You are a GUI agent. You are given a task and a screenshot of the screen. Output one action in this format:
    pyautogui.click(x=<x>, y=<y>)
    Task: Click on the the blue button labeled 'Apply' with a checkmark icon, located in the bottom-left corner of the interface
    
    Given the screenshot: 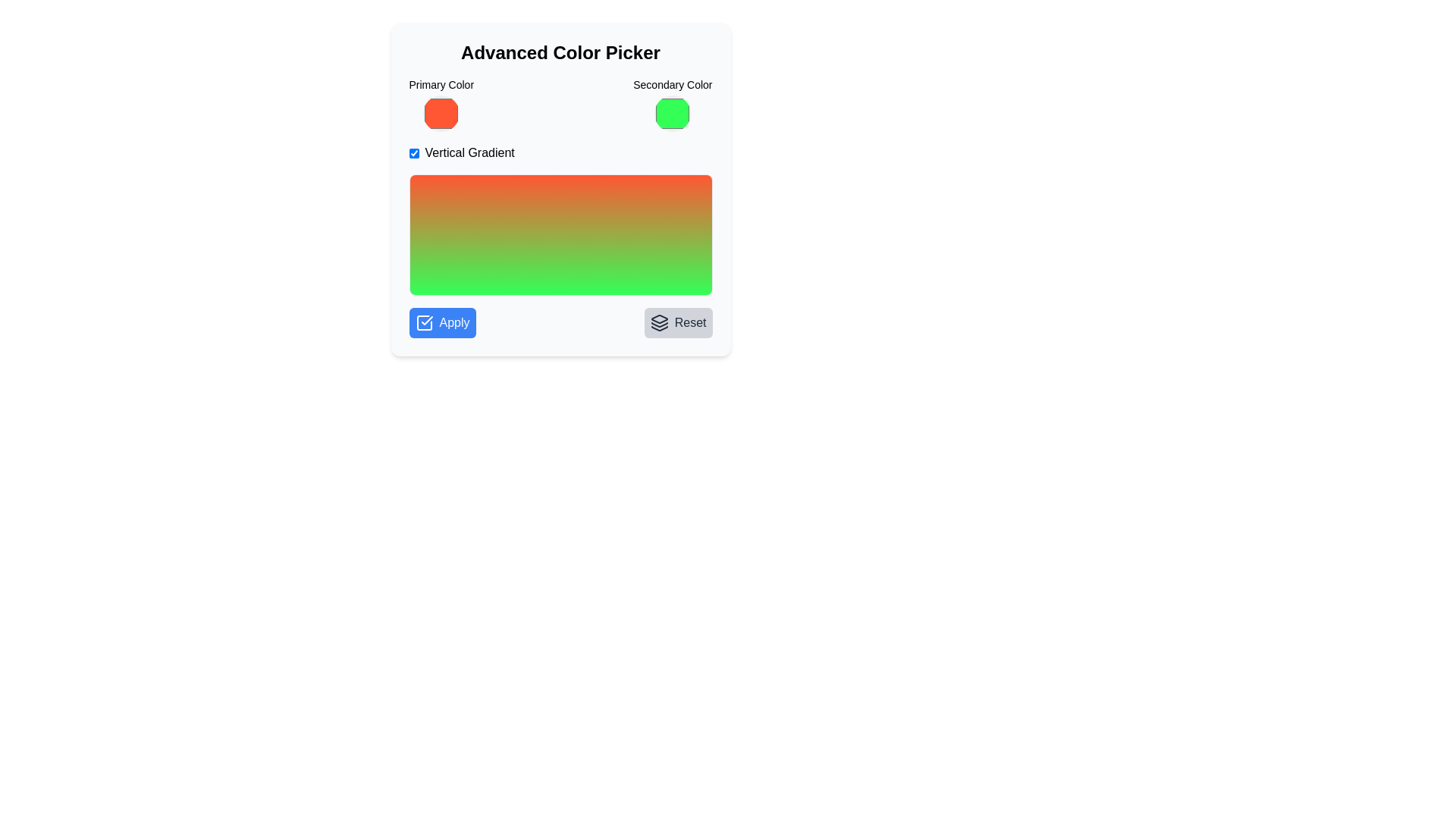 What is the action you would take?
    pyautogui.click(x=441, y=322)
    